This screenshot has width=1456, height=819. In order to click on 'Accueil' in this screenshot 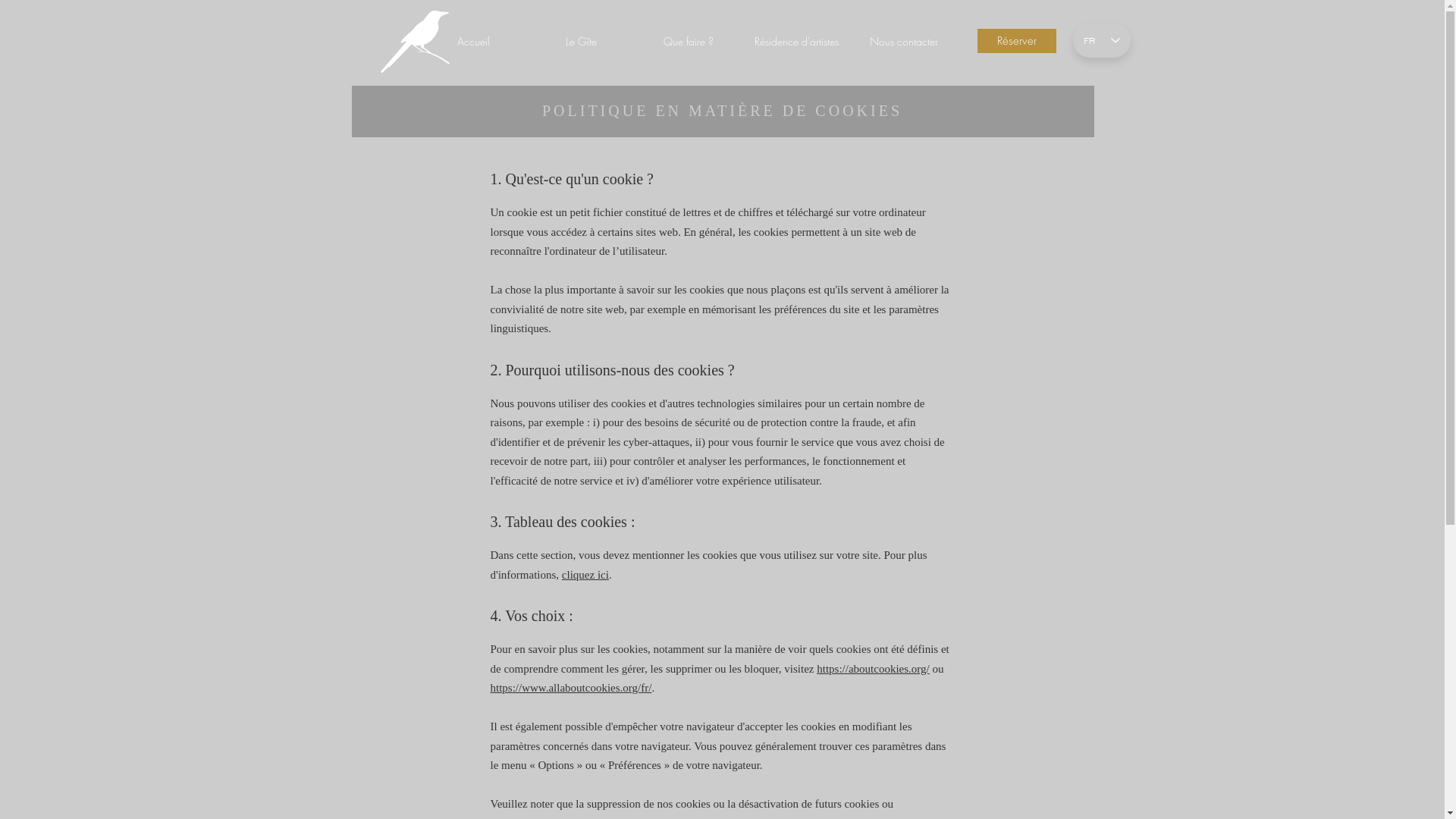, I will do `click(472, 40)`.